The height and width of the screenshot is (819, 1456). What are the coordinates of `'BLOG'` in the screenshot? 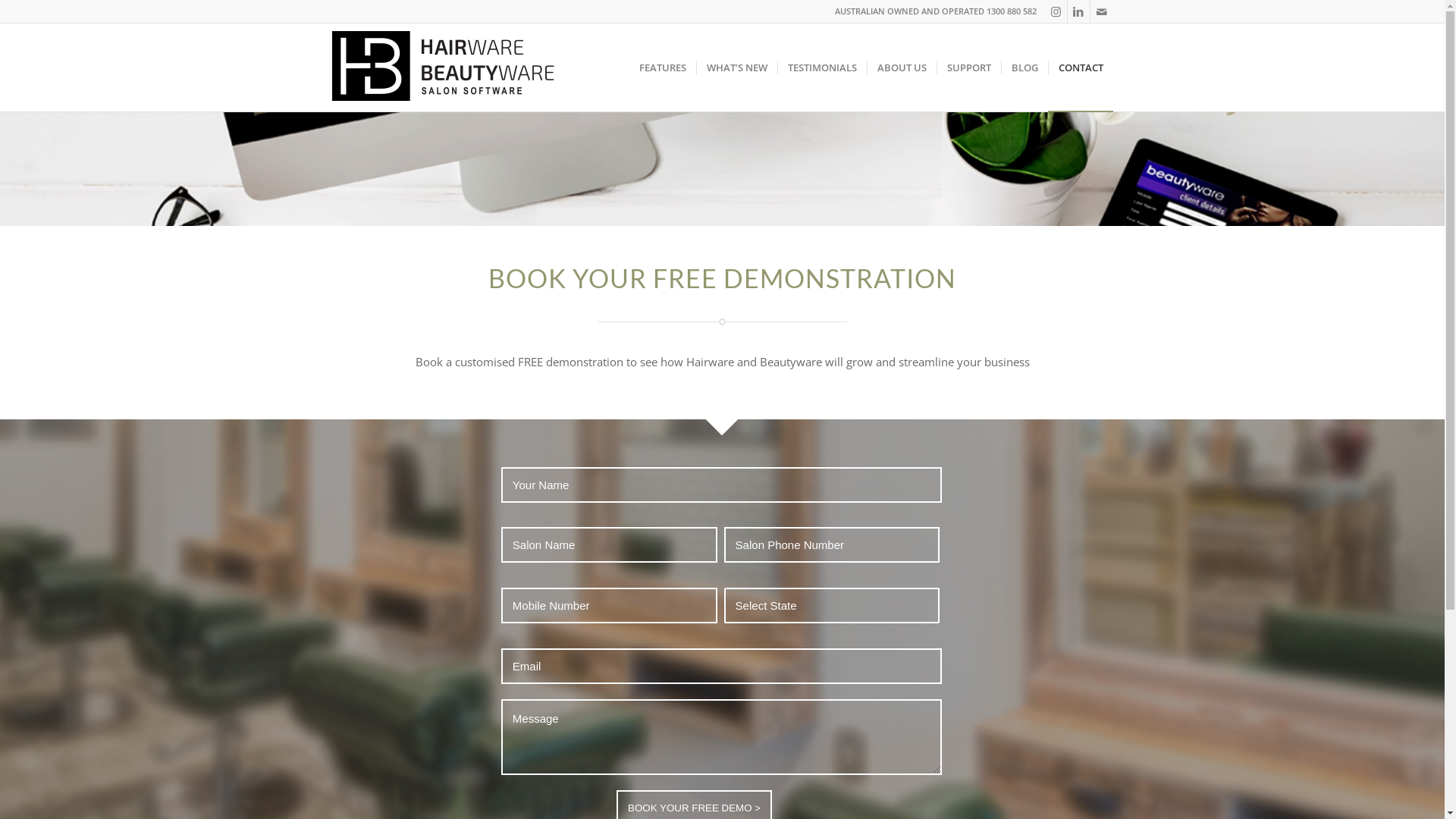 It's located at (1024, 66).